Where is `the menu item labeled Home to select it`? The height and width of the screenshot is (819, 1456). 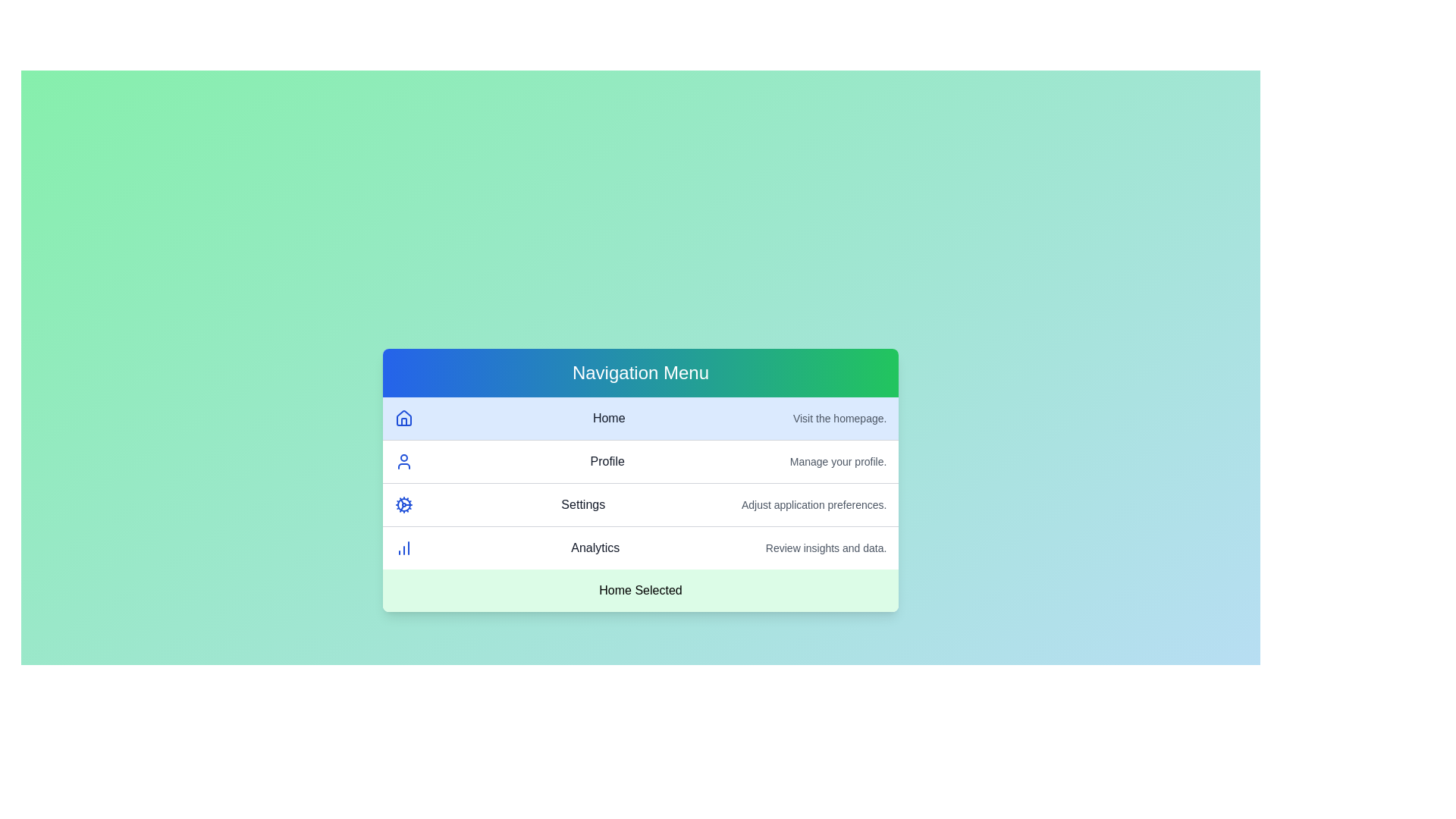 the menu item labeled Home to select it is located at coordinates (640, 418).